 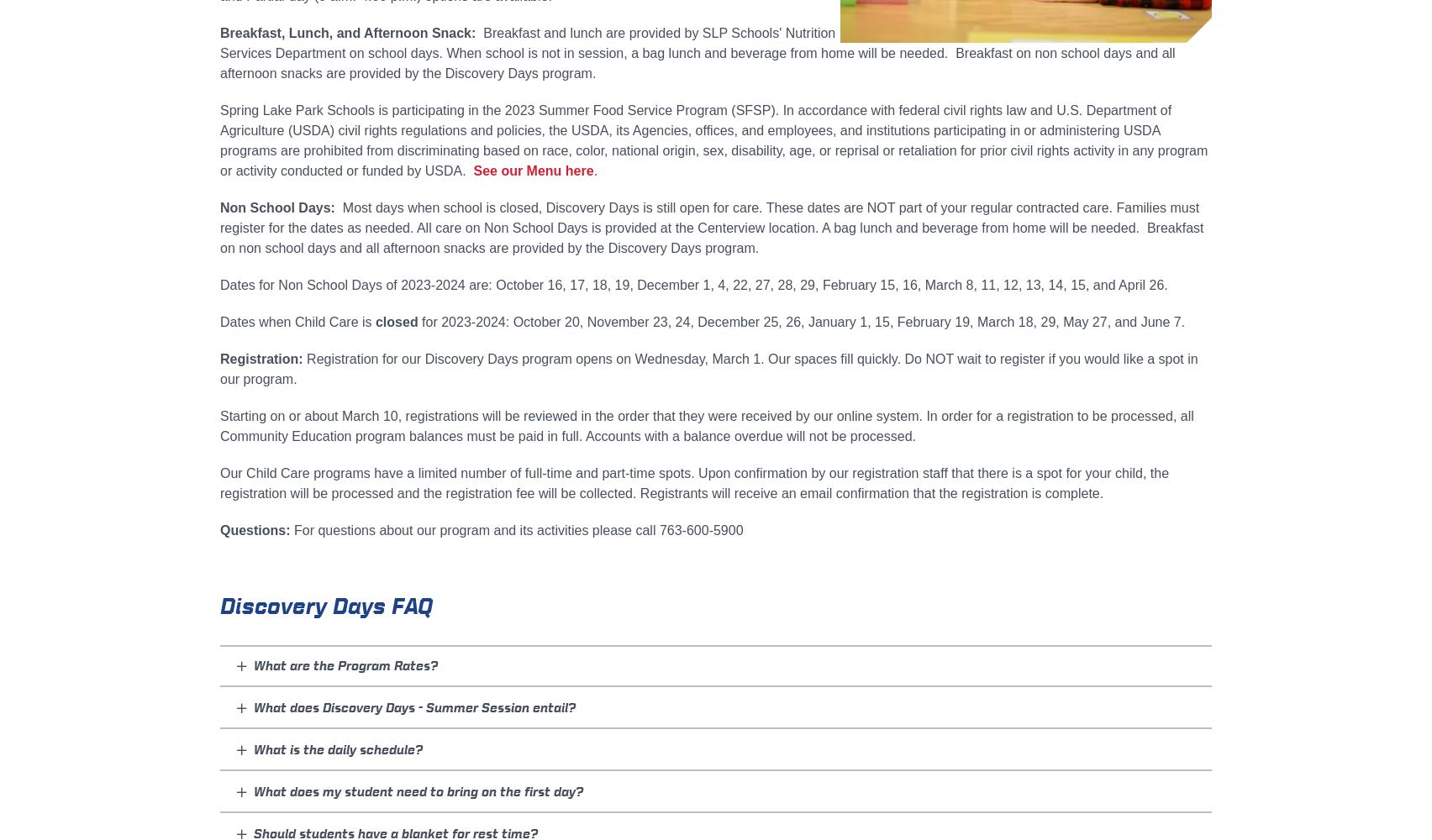 I want to click on 'Non School Days:', so click(x=278, y=207).